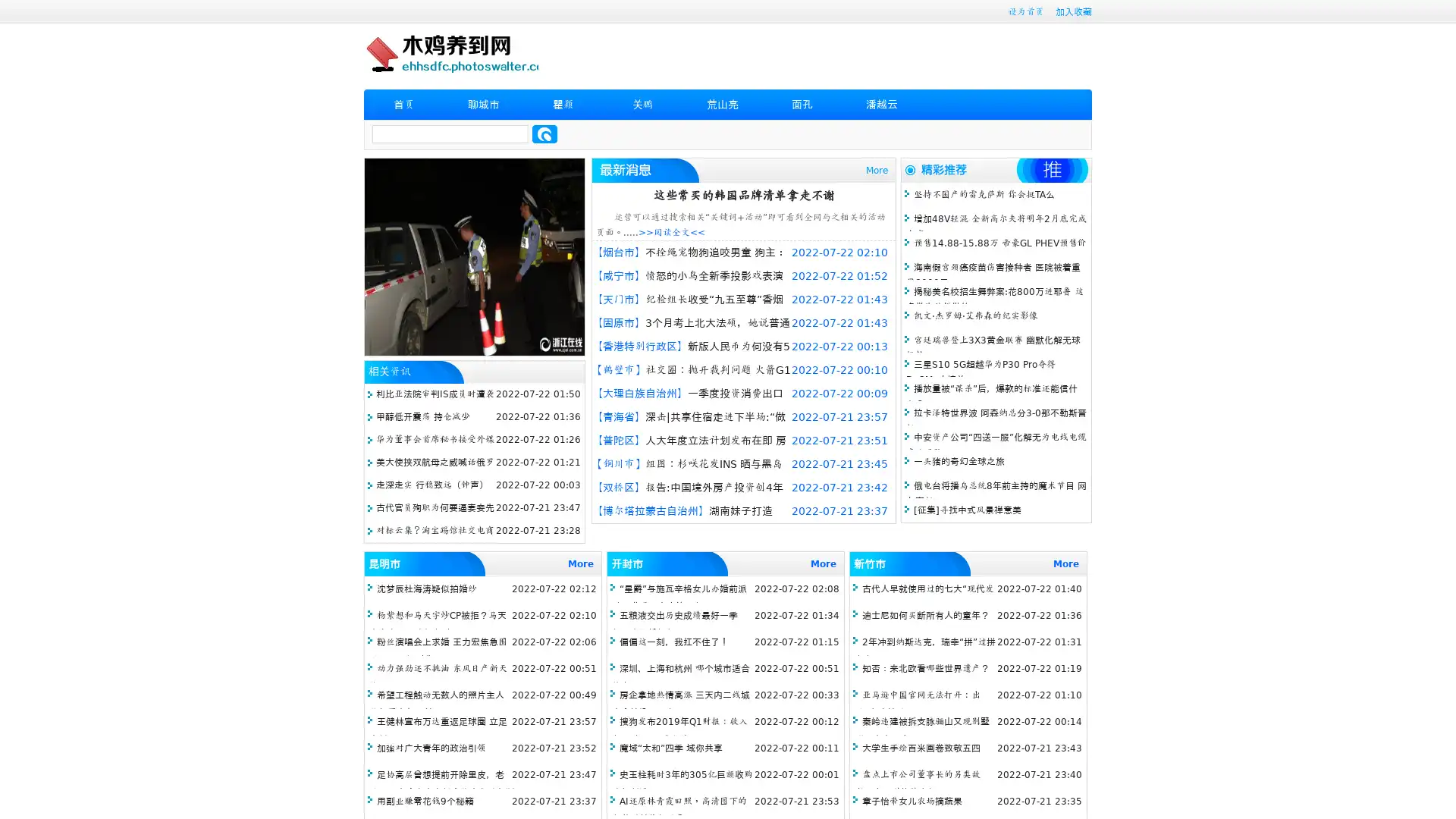 Image resolution: width=1456 pixels, height=819 pixels. I want to click on Search, so click(544, 133).